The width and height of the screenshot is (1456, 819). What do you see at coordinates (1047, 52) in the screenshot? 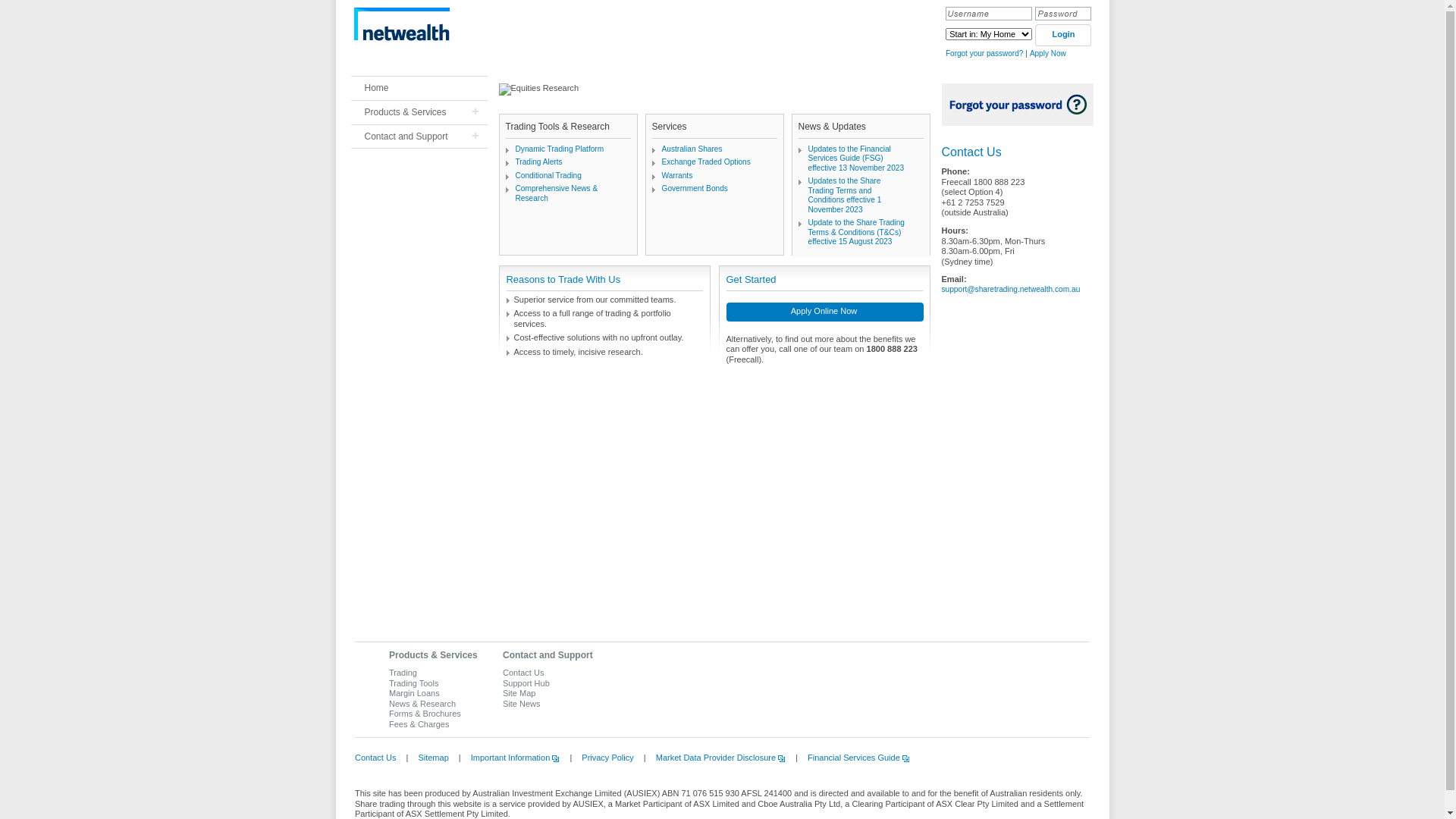
I see `'Apply Now'` at bounding box center [1047, 52].